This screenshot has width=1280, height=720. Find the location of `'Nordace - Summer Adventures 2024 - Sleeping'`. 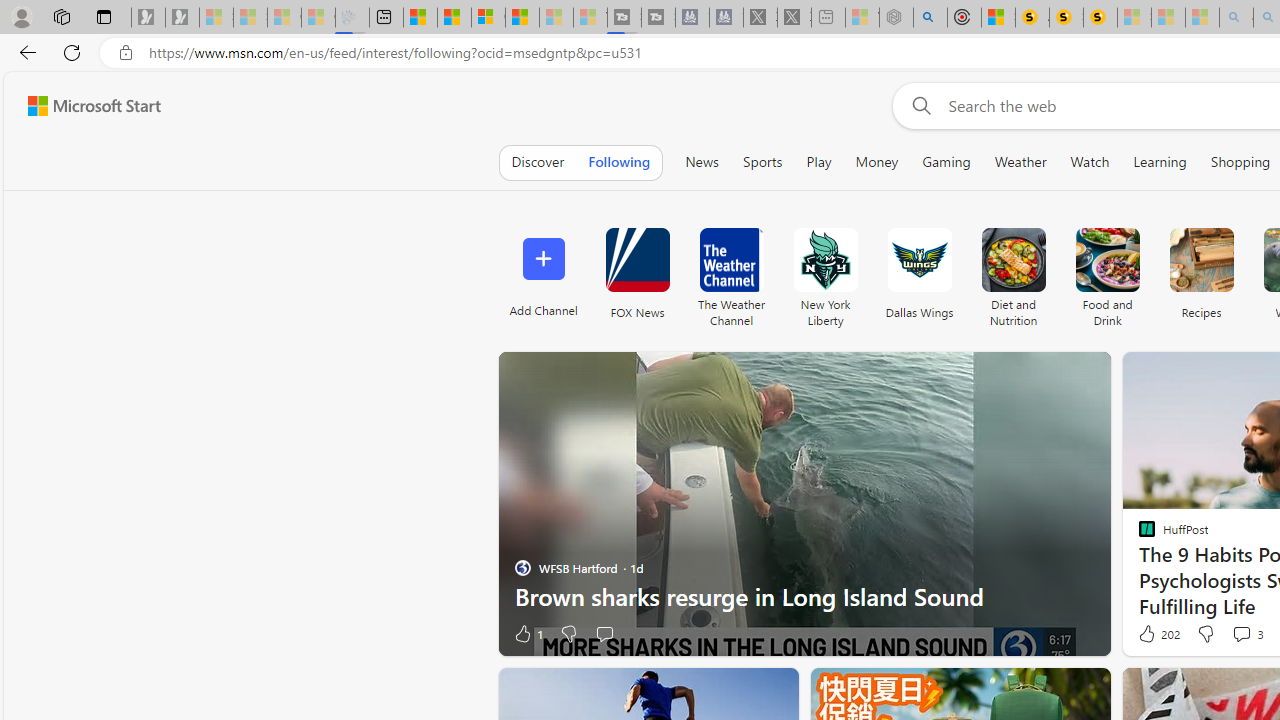

'Nordace - Summer Adventures 2024 - Sleeping' is located at coordinates (895, 17).